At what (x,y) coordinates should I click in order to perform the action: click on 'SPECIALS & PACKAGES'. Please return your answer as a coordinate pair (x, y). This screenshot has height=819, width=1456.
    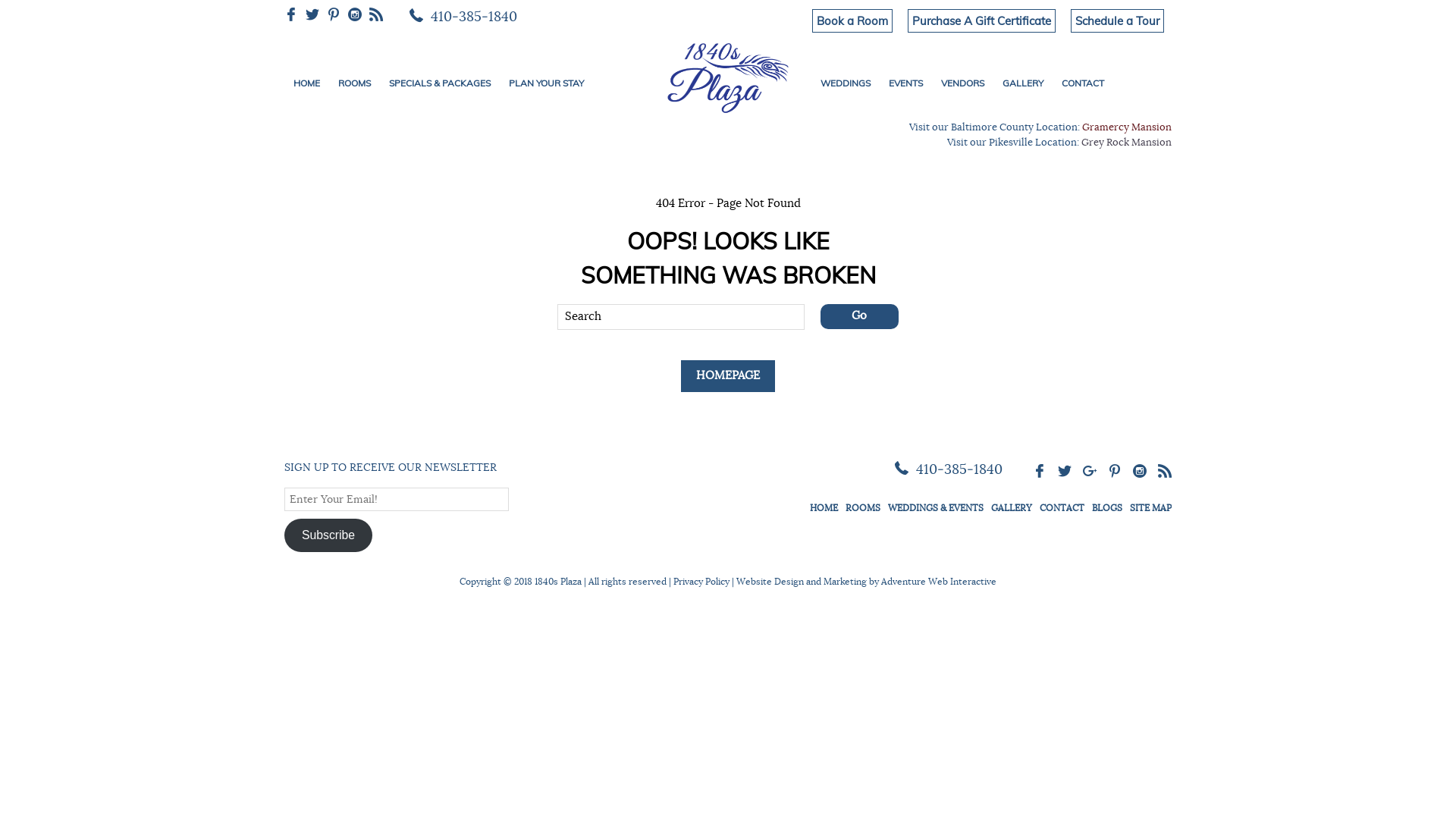
    Looking at the image, I should click on (439, 83).